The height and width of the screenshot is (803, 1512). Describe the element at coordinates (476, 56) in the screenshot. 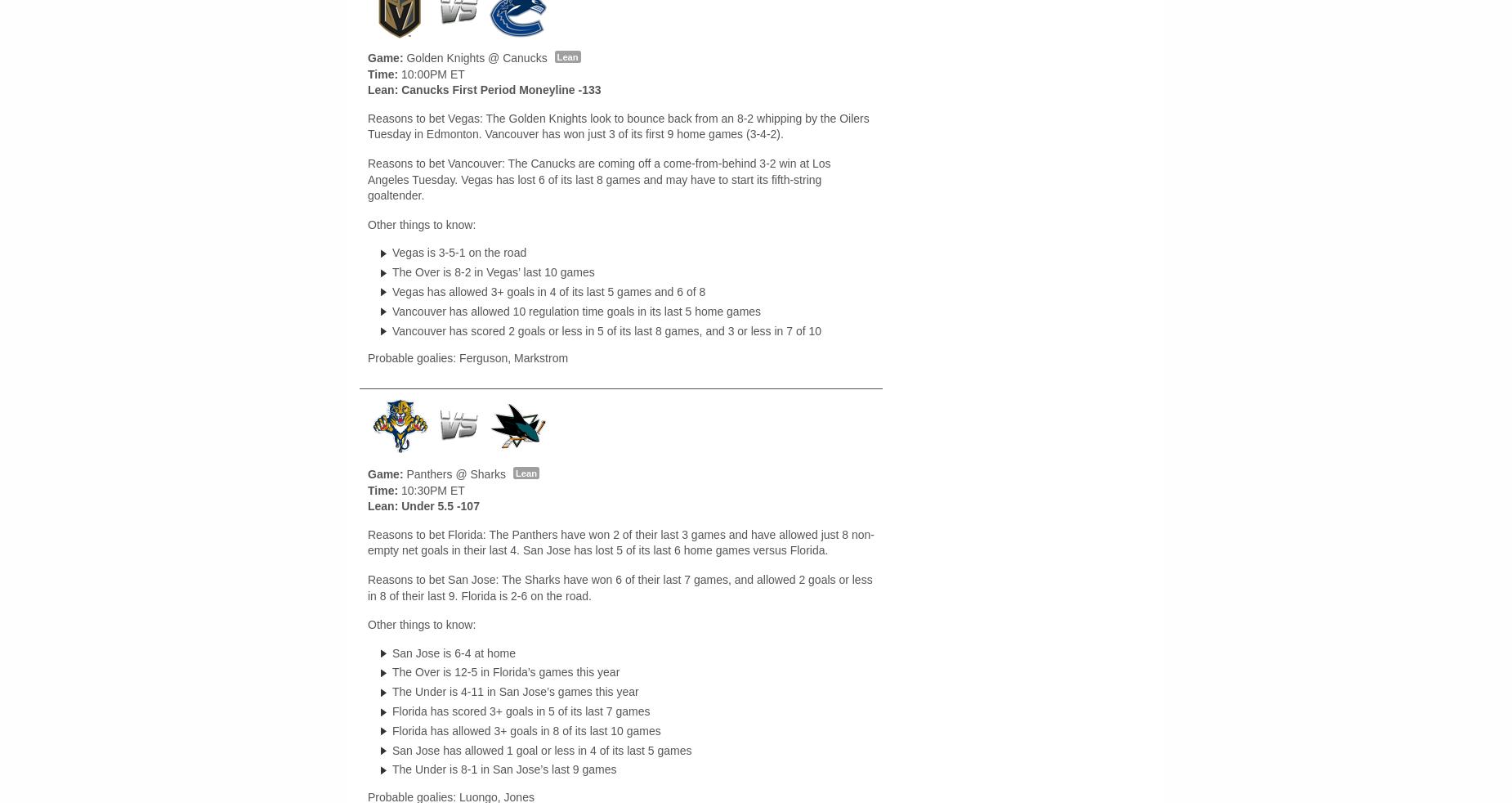

I see `'Golden Knights @ Canucks'` at that location.